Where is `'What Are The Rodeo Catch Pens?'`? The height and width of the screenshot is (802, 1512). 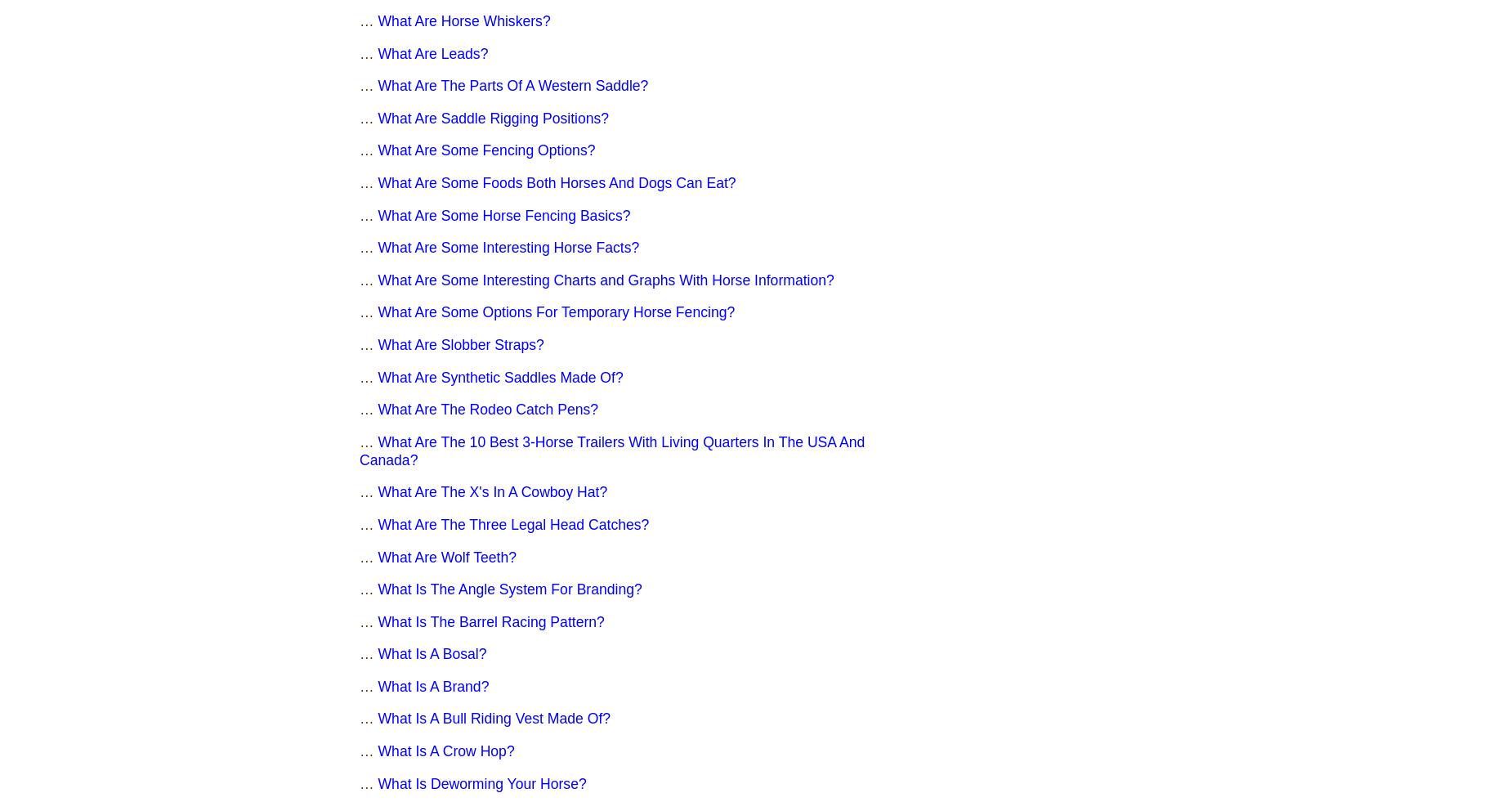 'What Are The Rodeo Catch Pens?' is located at coordinates (376, 409).